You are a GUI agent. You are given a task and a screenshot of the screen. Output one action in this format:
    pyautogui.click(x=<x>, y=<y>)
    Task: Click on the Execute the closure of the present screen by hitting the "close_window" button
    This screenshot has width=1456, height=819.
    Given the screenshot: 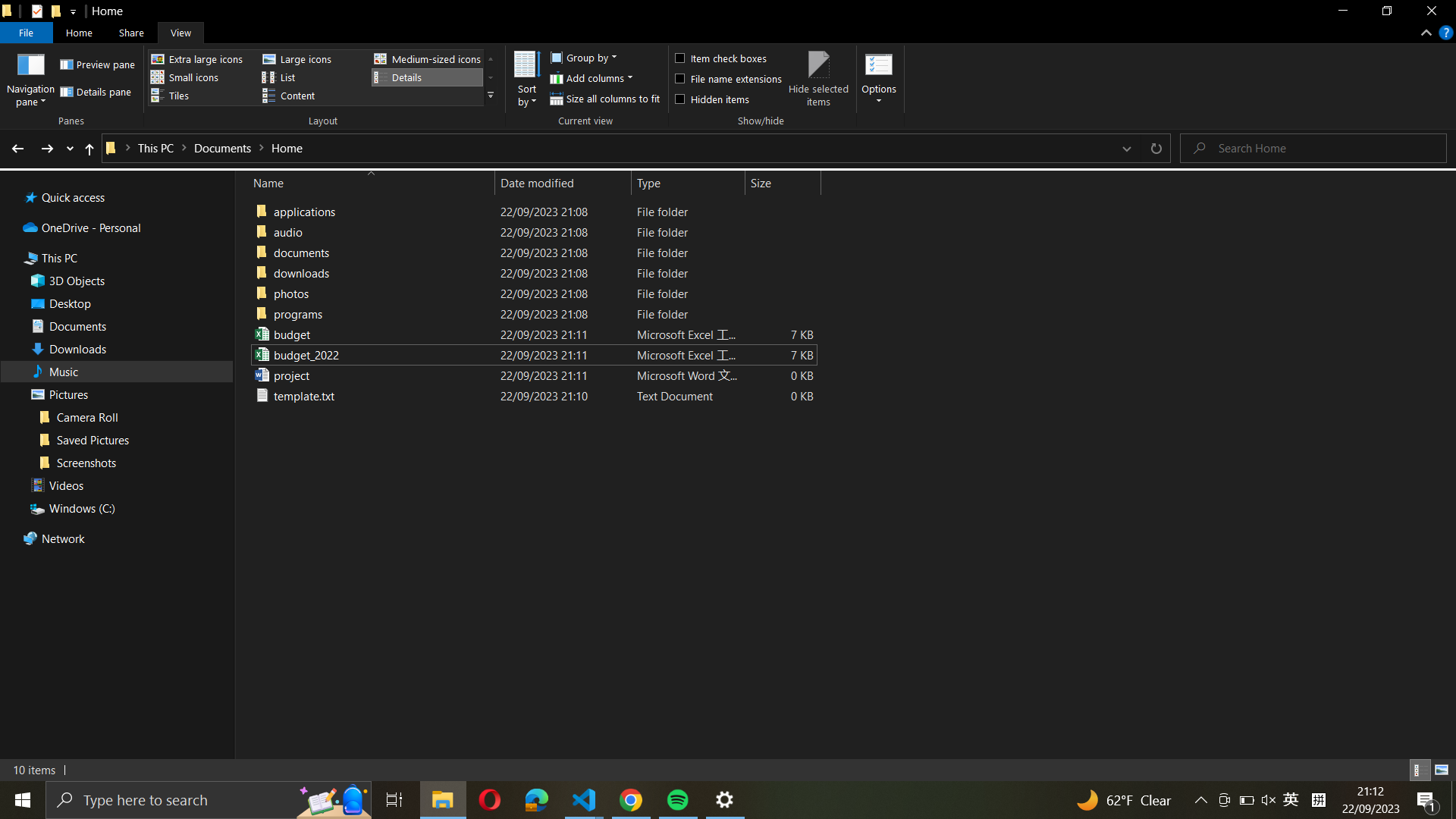 What is the action you would take?
    pyautogui.click(x=1430, y=13)
    